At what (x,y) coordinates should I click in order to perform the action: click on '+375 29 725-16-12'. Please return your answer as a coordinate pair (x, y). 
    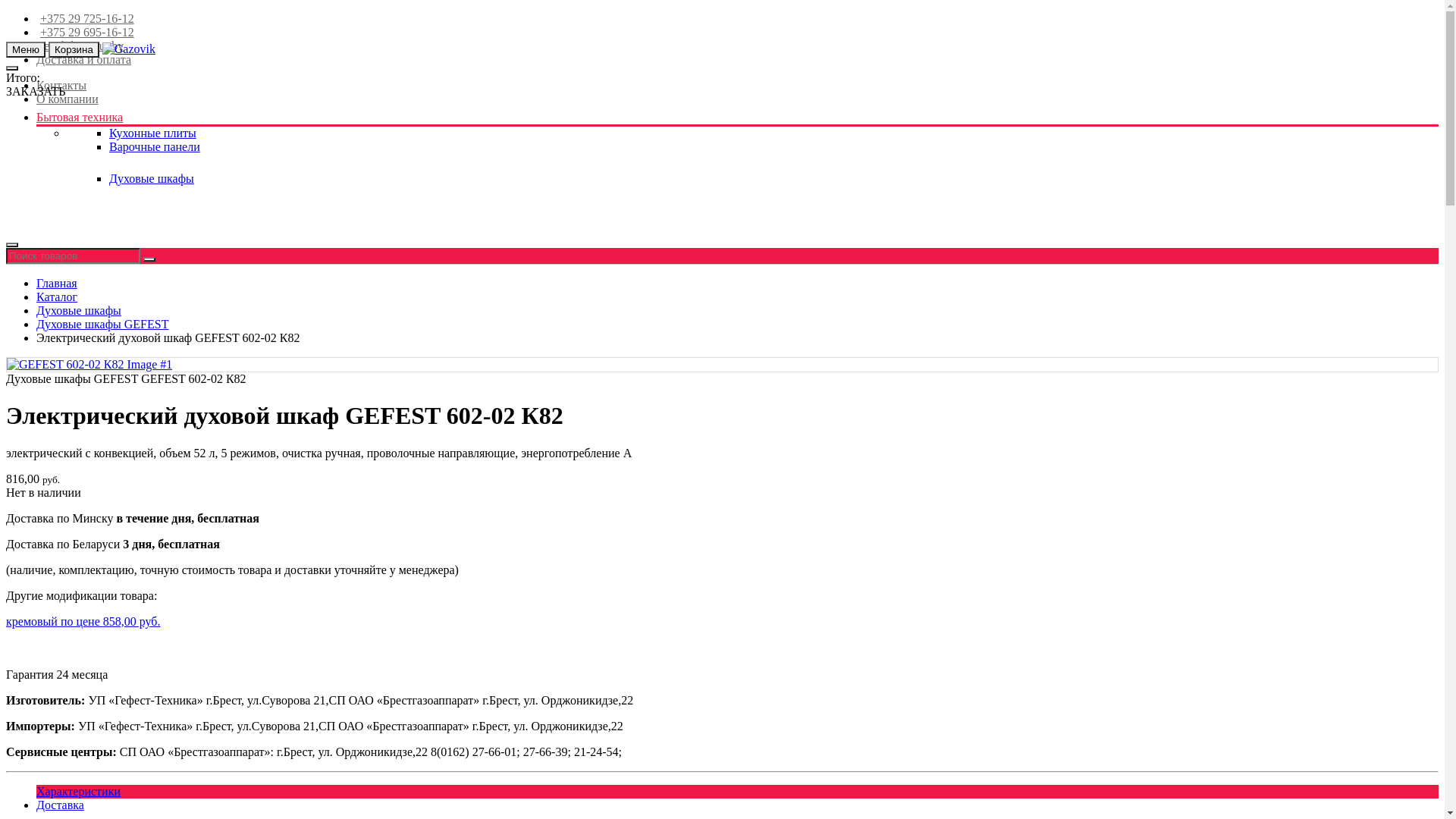
    Looking at the image, I should click on (84, 18).